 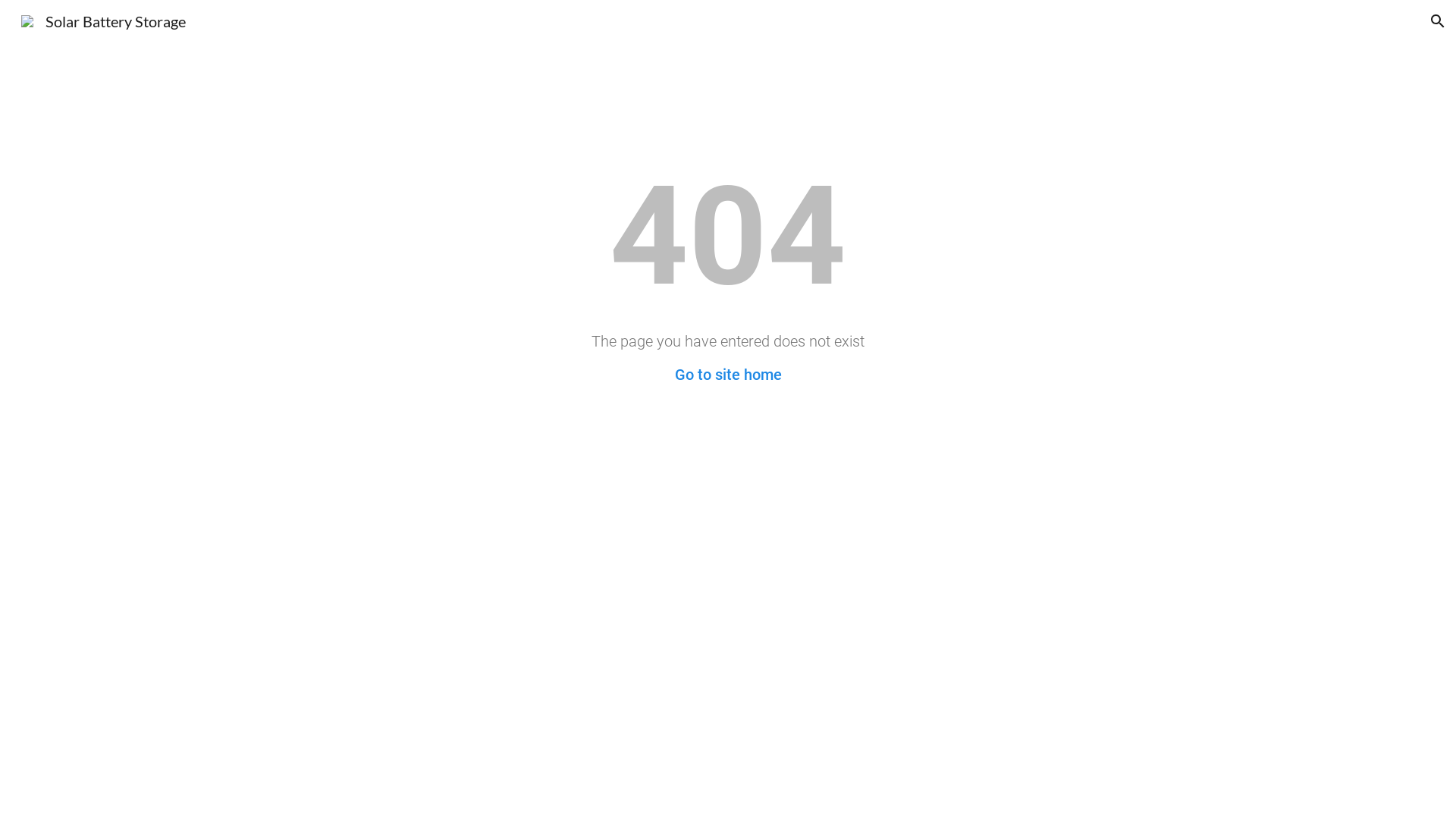 I want to click on 'Go to site home', so click(x=673, y=374).